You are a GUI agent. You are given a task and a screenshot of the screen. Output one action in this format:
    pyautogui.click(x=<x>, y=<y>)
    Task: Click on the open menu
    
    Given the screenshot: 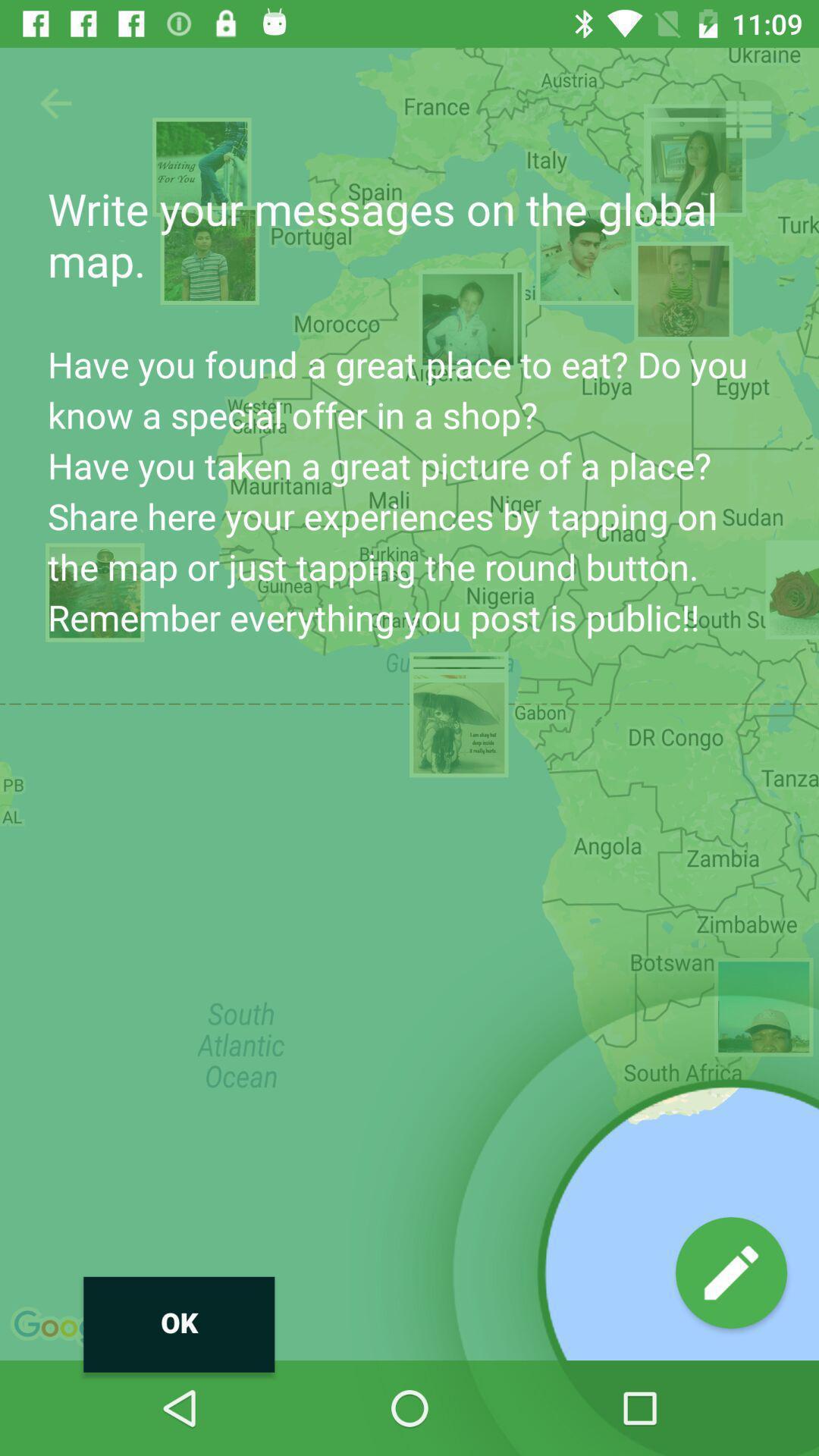 What is the action you would take?
    pyautogui.click(x=746, y=118)
    